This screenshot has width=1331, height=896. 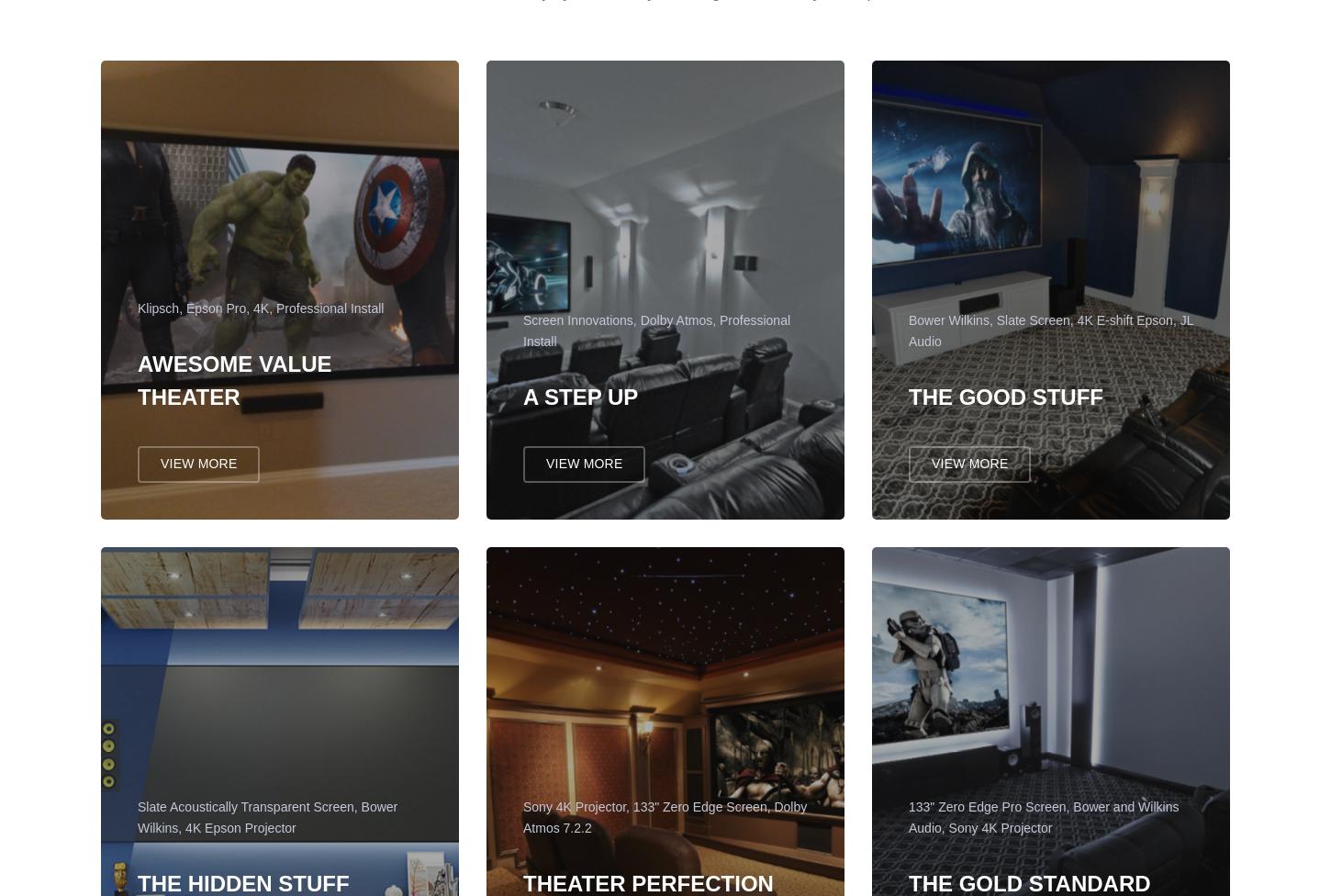 I want to click on '133" Zero Edge Pro Screen, Bower and Wilkins Audio, Sony 4K Projector', so click(x=1042, y=825).